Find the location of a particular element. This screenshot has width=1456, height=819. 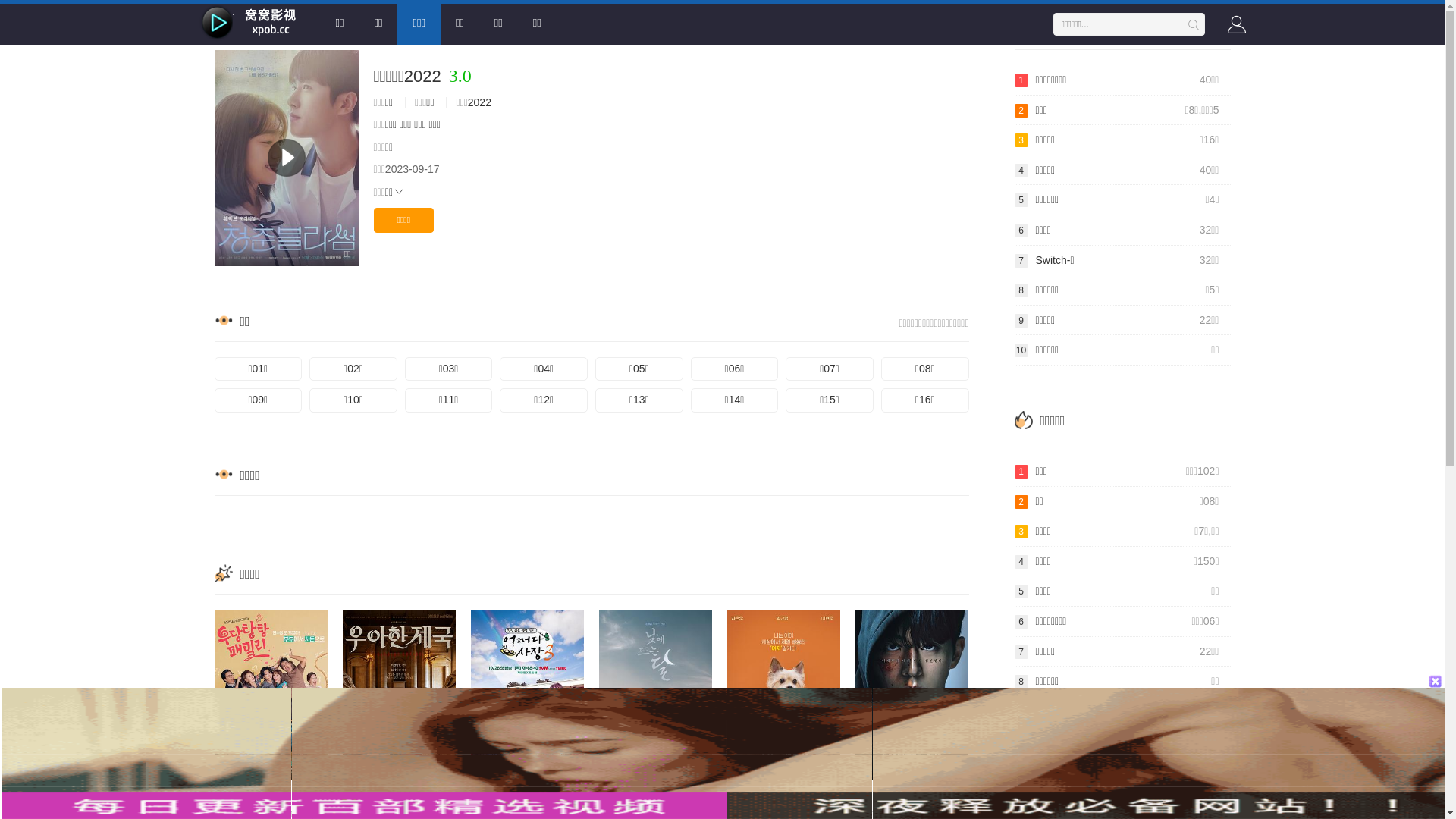

'2022' is located at coordinates (479, 102).